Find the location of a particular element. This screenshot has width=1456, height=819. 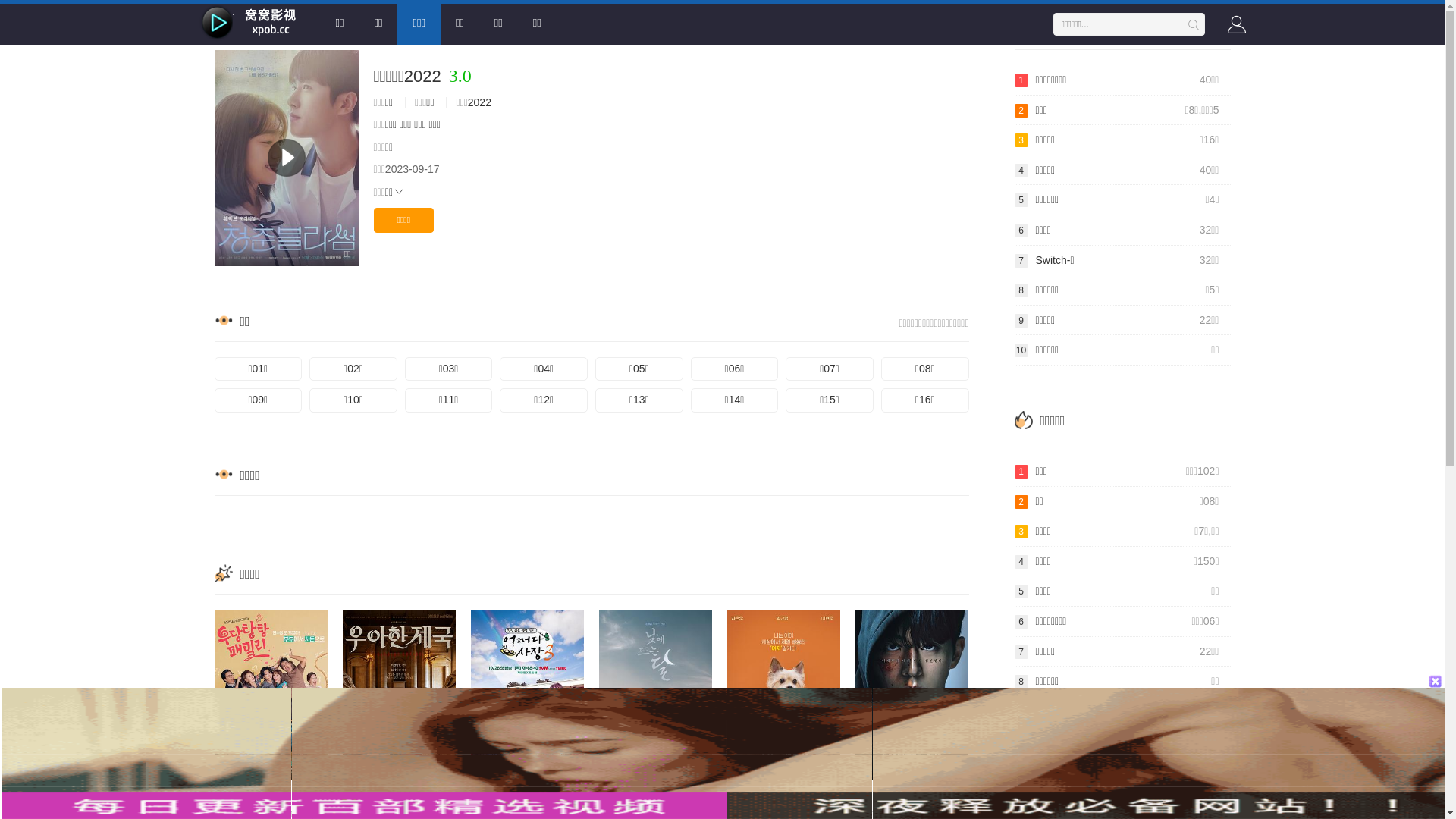

'2022' is located at coordinates (479, 102).